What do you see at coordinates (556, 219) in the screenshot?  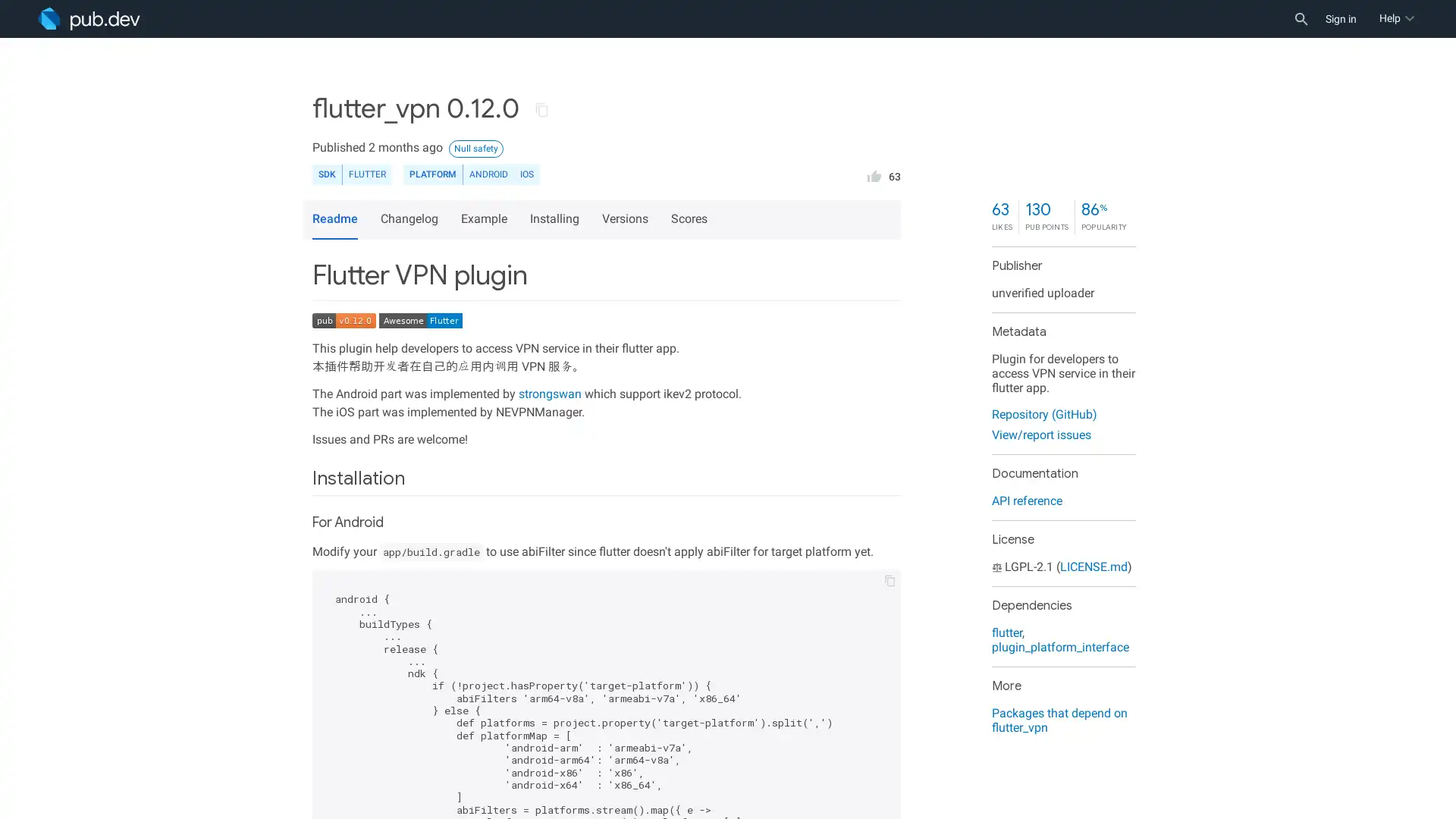 I see `Installing` at bounding box center [556, 219].